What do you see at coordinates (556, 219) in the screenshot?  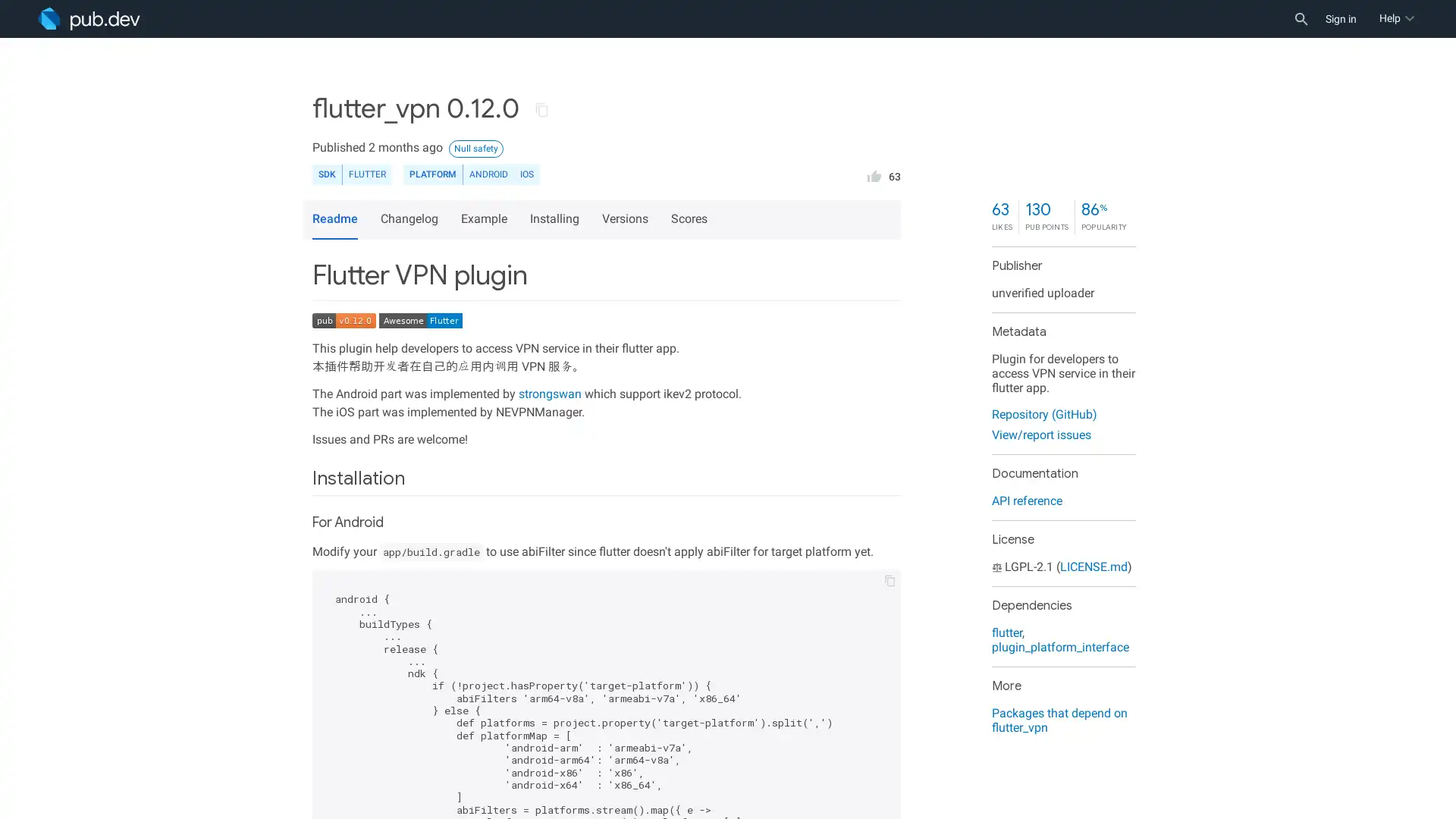 I see `Installing` at bounding box center [556, 219].